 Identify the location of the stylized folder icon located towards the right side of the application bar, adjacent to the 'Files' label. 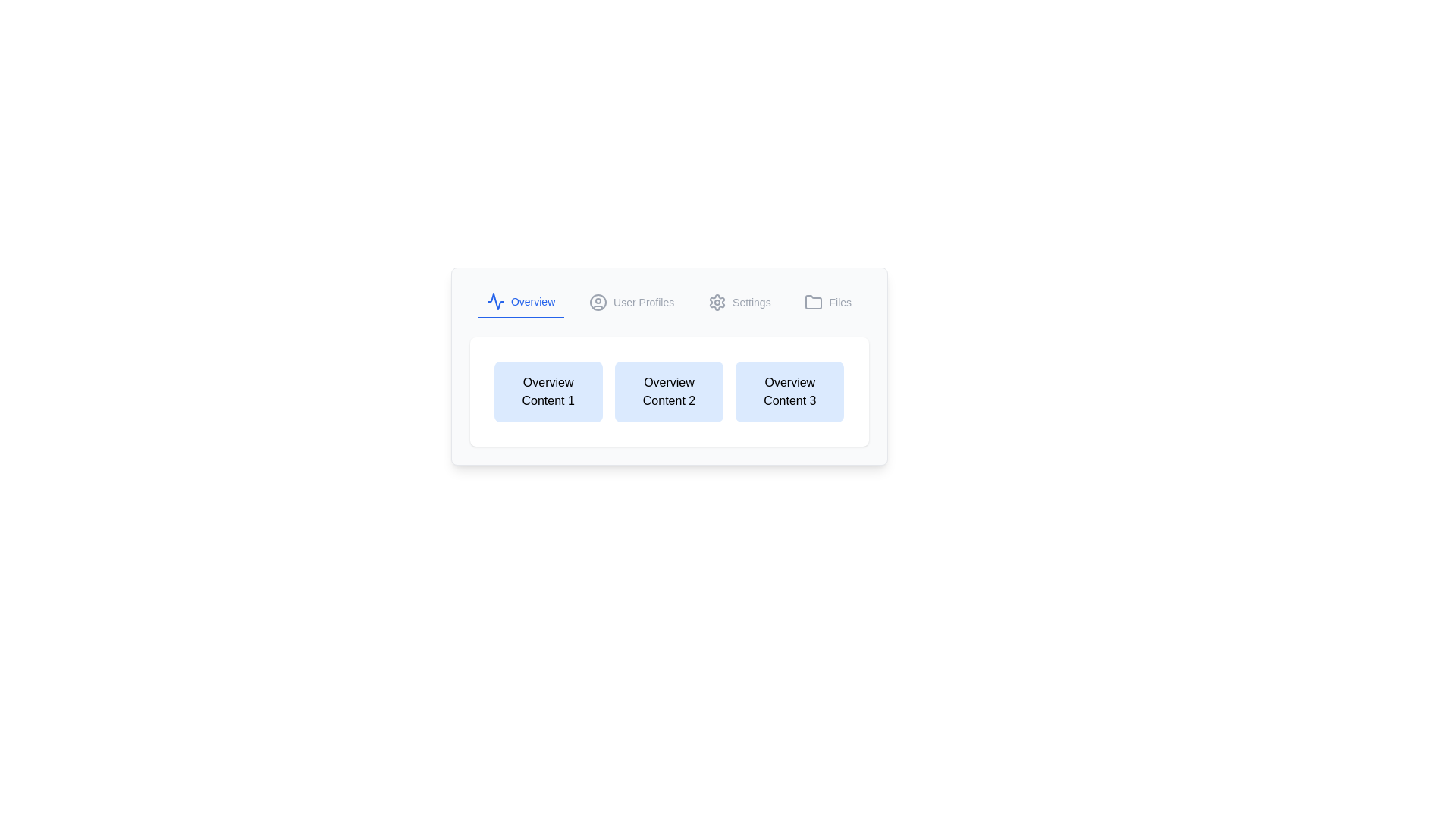
(813, 302).